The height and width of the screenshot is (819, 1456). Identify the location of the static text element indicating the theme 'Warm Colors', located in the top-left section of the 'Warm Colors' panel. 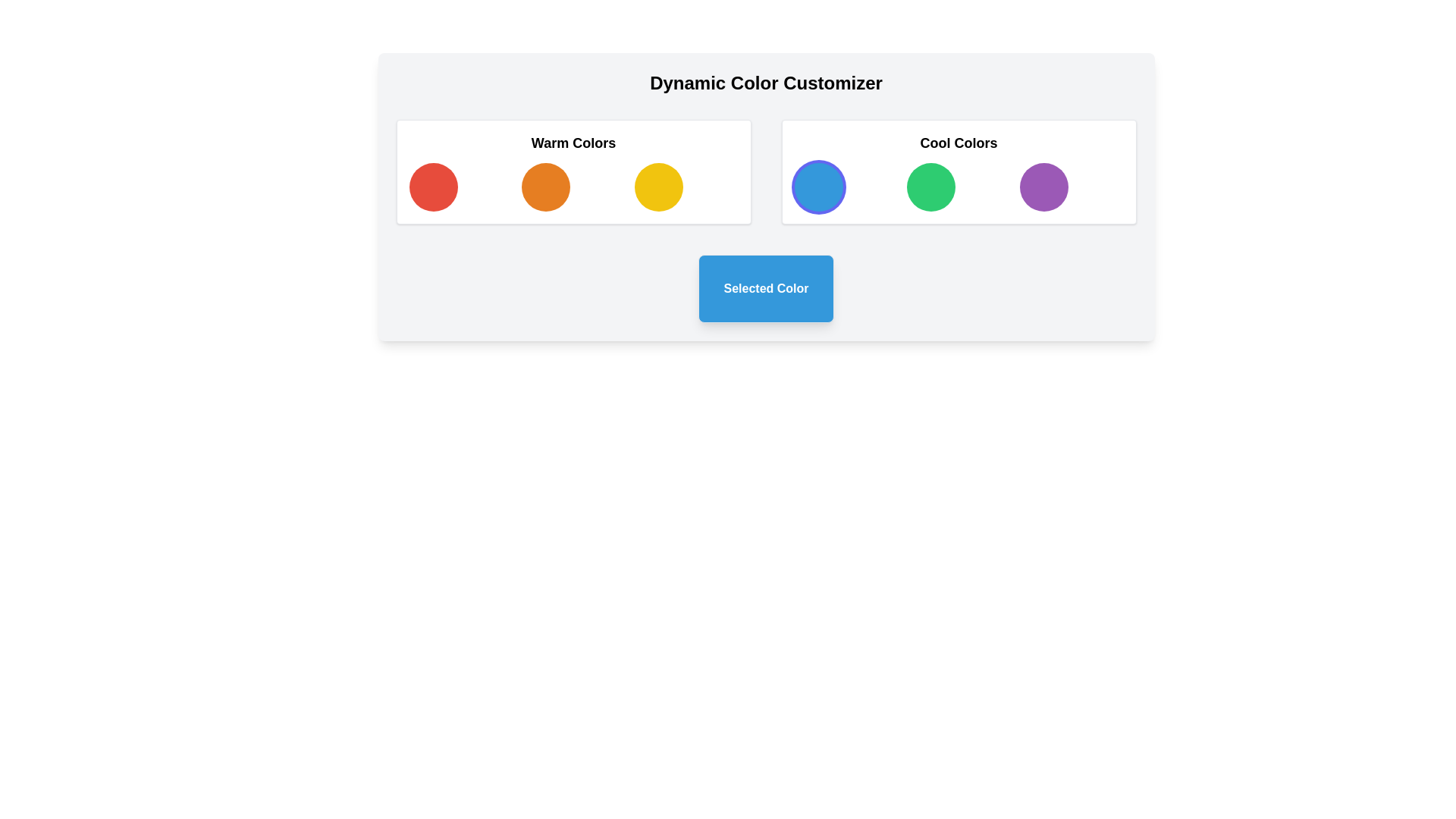
(573, 143).